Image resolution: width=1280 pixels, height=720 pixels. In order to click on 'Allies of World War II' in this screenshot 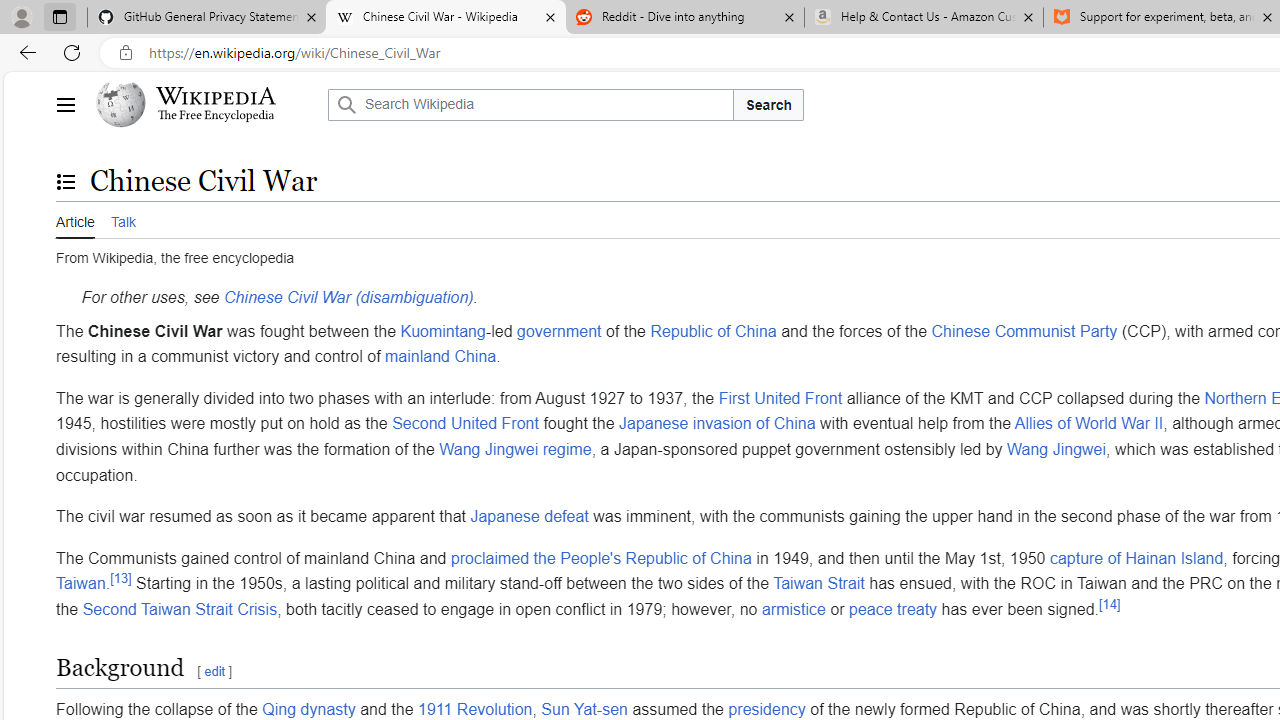, I will do `click(1087, 422)`.